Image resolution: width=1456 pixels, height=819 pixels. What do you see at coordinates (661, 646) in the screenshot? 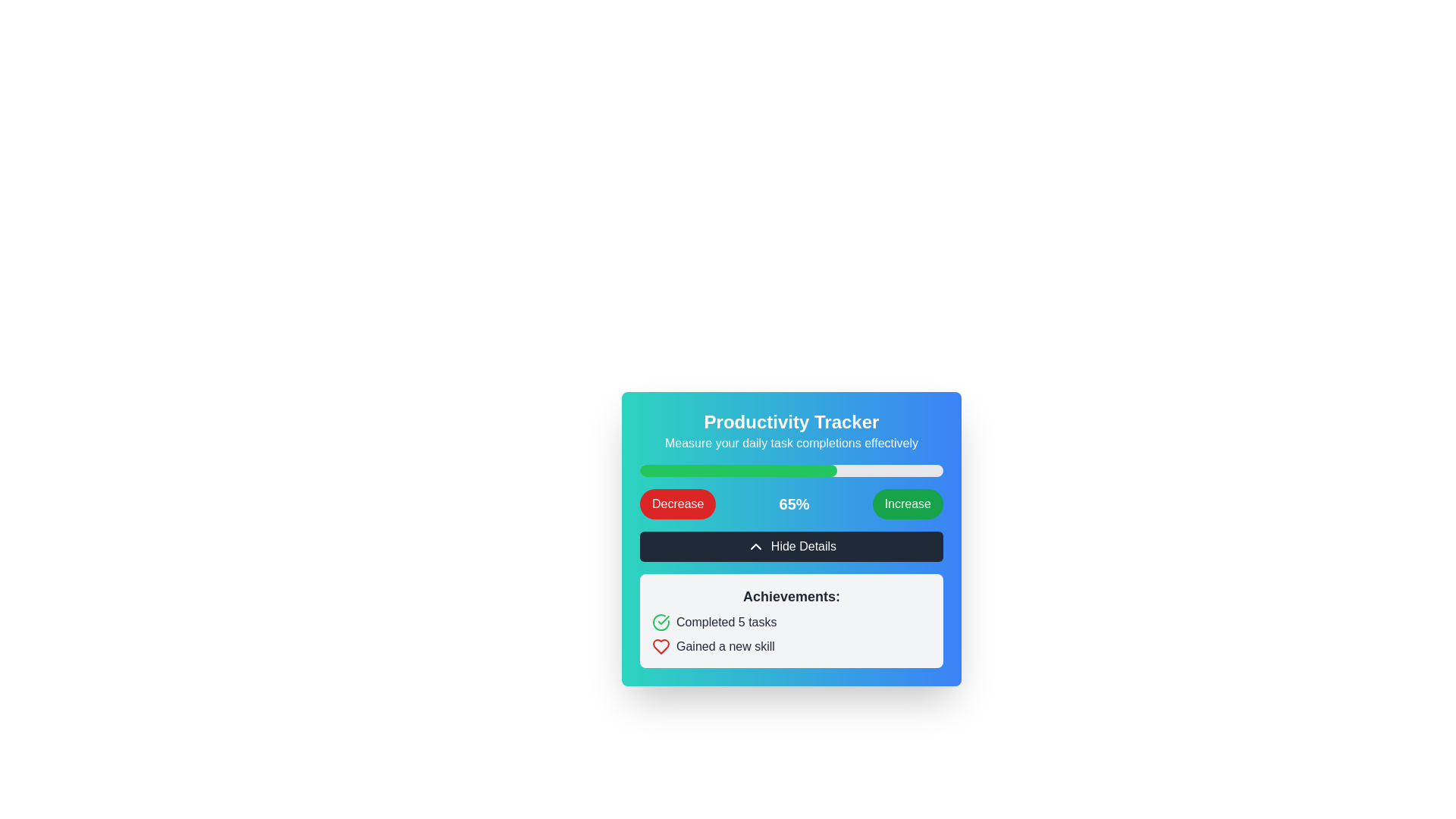
I see `icon indicating achievement for gaining a new skill located to the left of the text 'Gained a new skill' in the 'Achievements' section below the 'Productivity Tracker' header` at bounding box center [661, 646].